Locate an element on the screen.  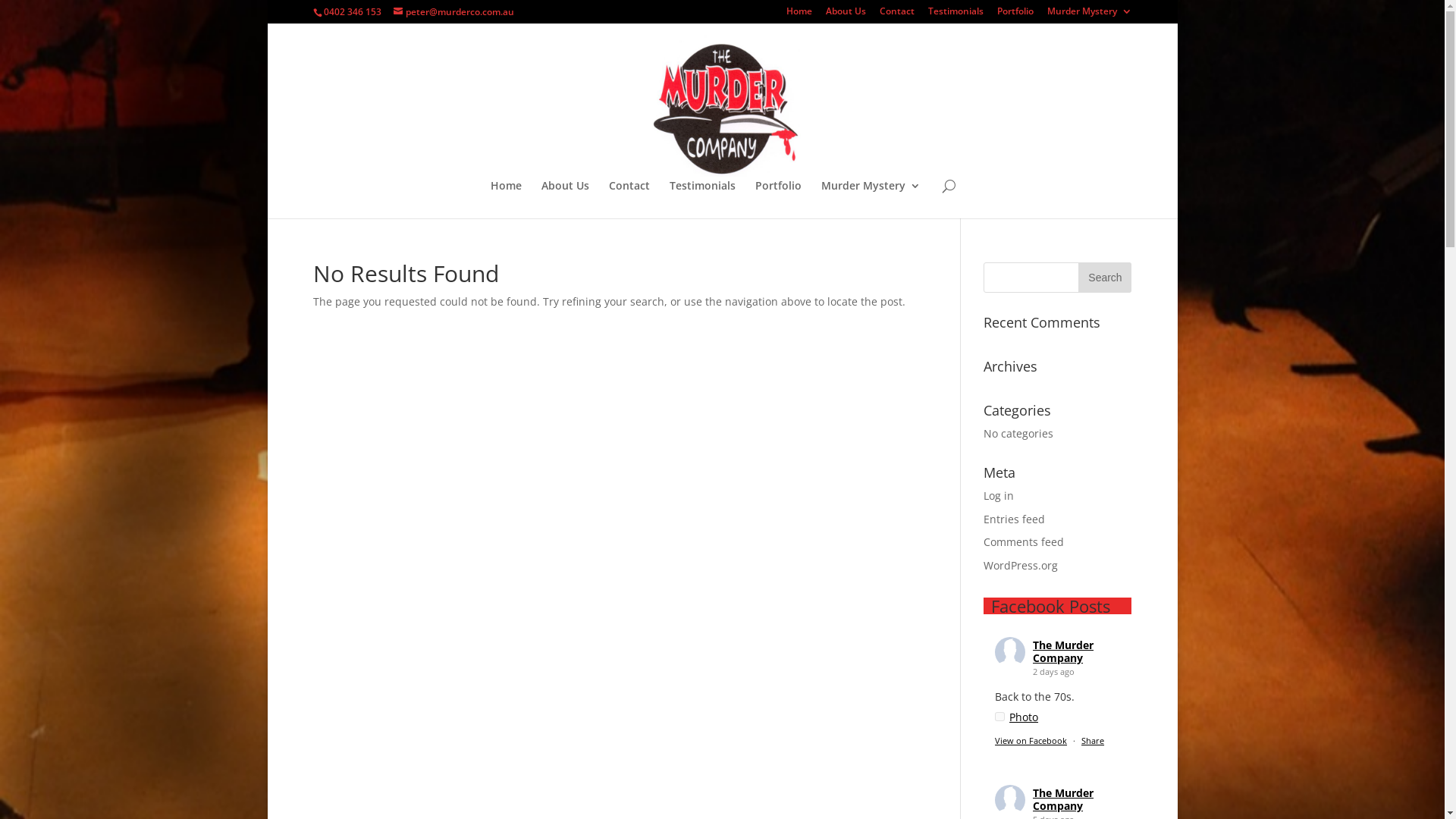
'WordPress.org' is located at coordinates (1020, 565).